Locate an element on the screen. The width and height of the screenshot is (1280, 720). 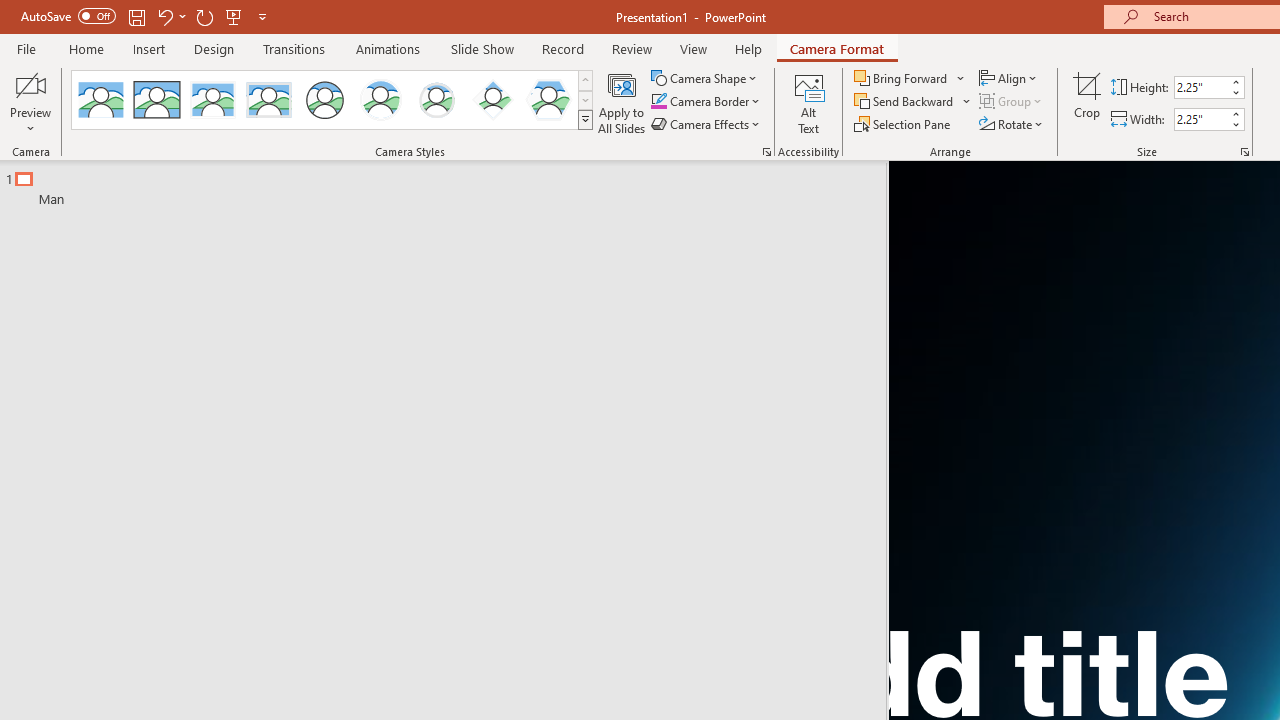
'Center Shadow Rectangle' is located at coordinates (213, 100).